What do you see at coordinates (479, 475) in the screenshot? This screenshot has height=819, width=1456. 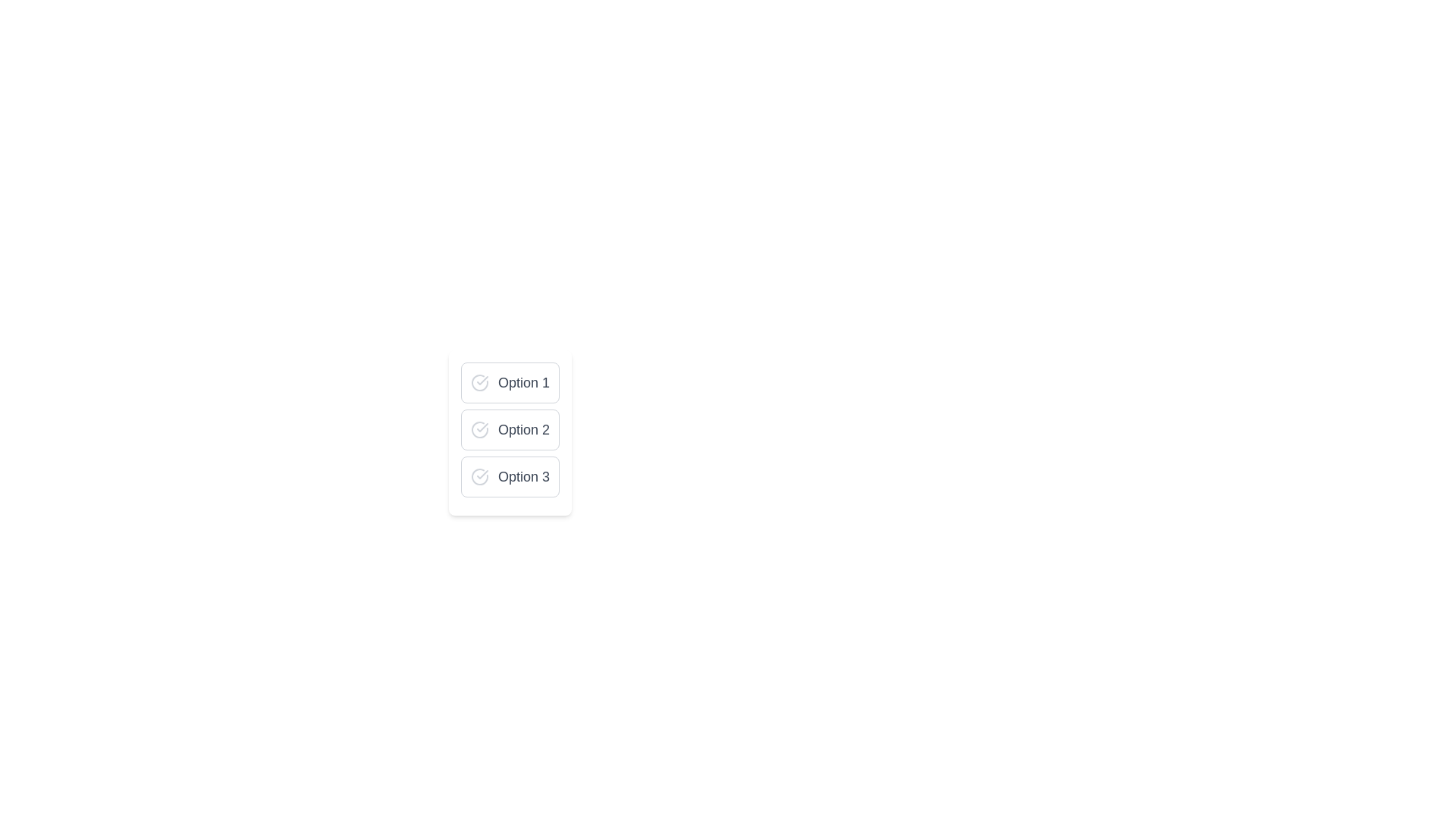 I see `the status indicator icon located to the left of the text labeled 'Option 3'` at bounding box center [479, 475].